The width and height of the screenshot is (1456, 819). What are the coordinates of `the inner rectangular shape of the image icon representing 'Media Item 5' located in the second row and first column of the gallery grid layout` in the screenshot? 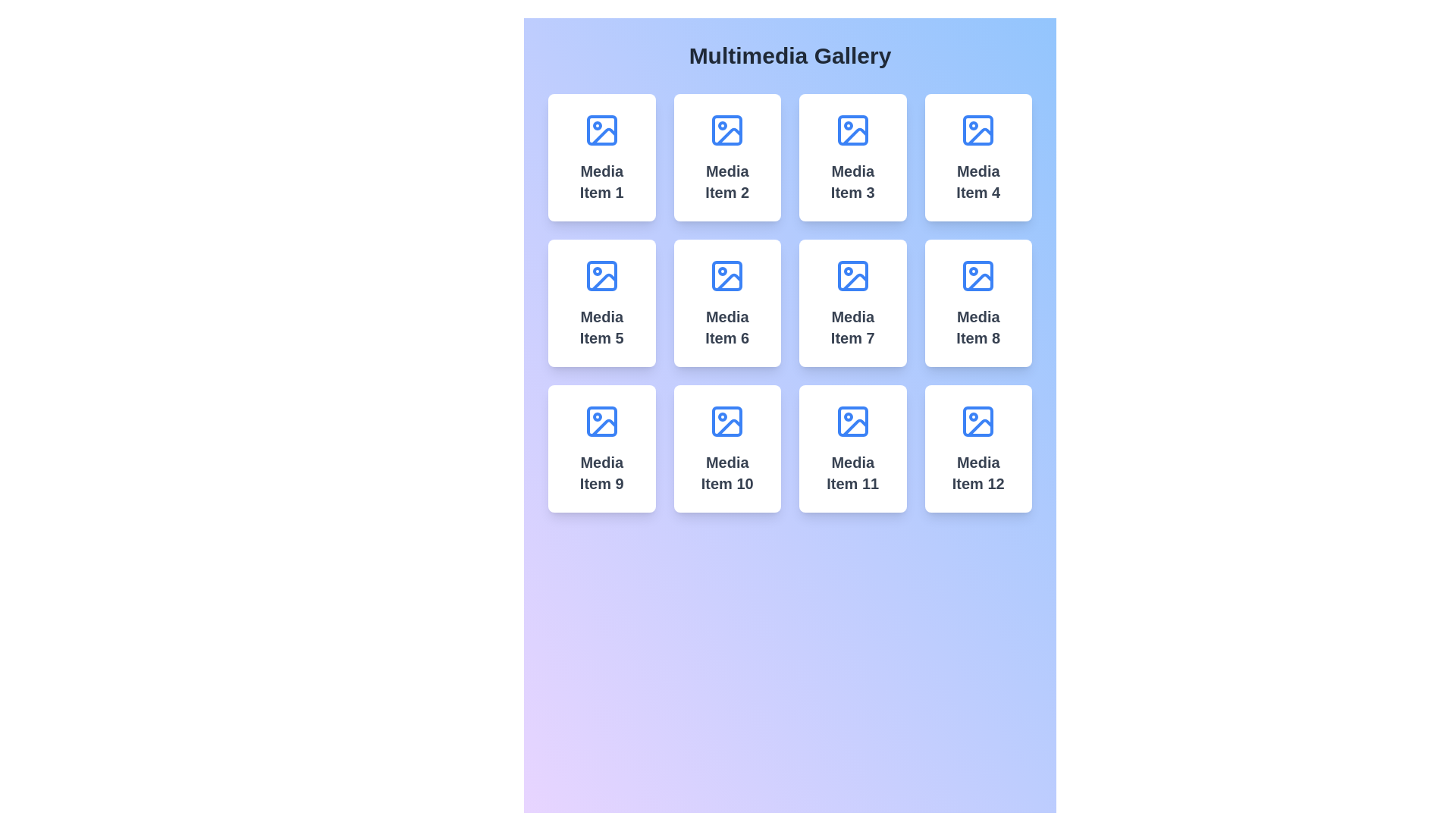 It's located at (601, 275).